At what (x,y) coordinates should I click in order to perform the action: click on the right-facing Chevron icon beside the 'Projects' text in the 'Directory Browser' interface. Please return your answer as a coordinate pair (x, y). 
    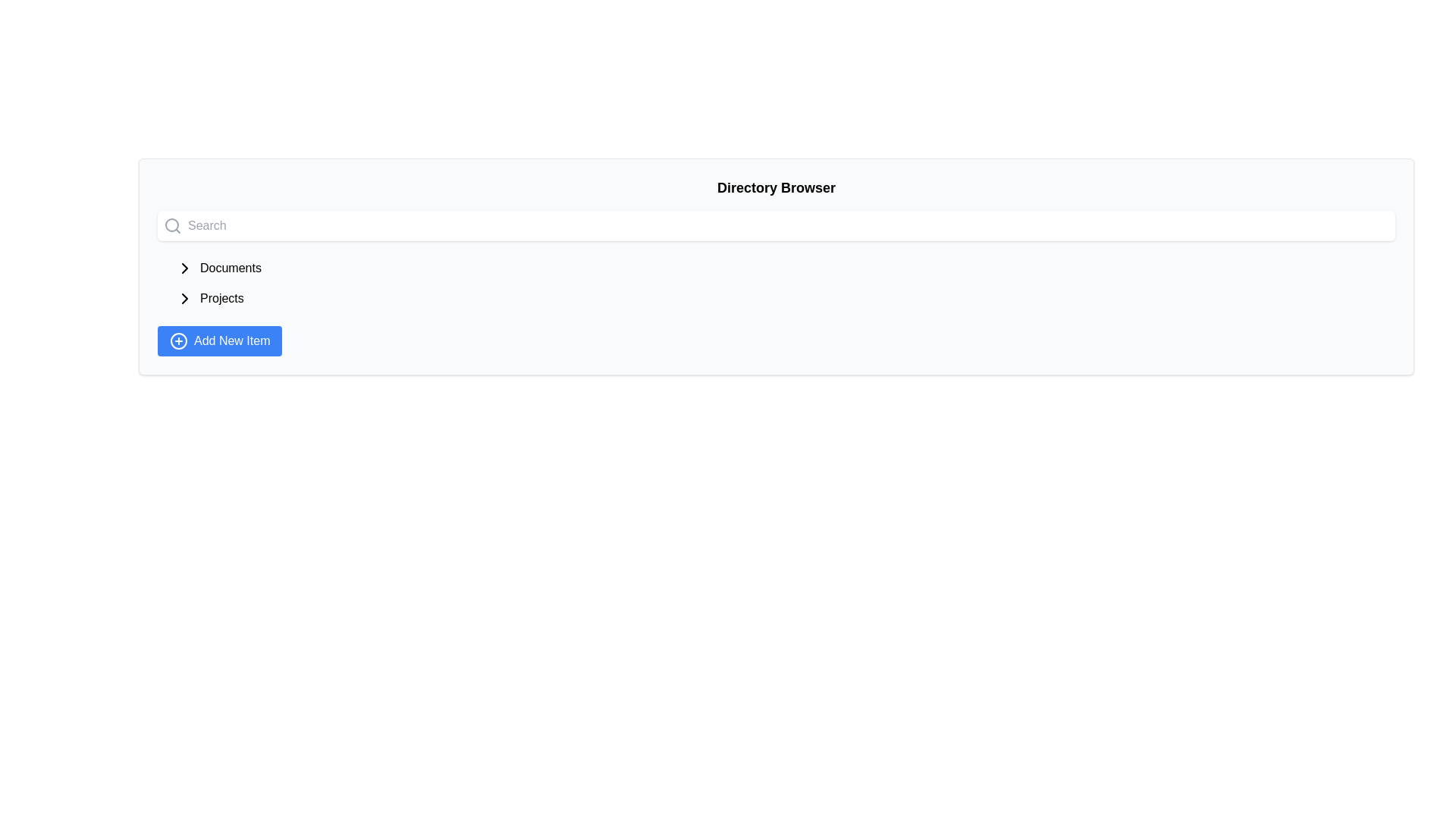
    Looking at the image, I should click on (184, 298).